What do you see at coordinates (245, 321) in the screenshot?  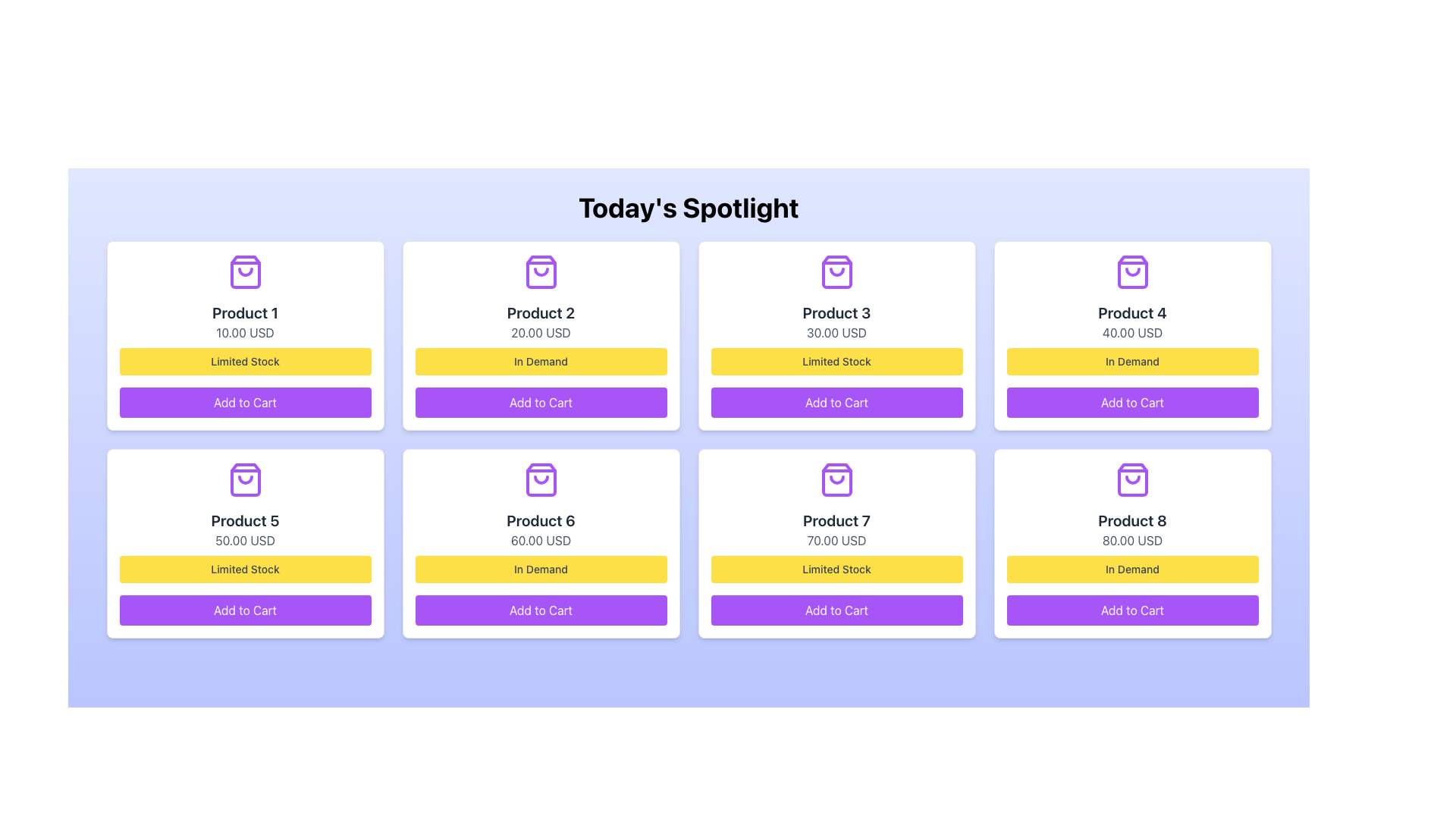 I see `the text label displaying 'Product 1' and '10.00 USD' within the first card of the grid layout, positioned above the 'Limited Stock' label` at bounding box center [245, 321].